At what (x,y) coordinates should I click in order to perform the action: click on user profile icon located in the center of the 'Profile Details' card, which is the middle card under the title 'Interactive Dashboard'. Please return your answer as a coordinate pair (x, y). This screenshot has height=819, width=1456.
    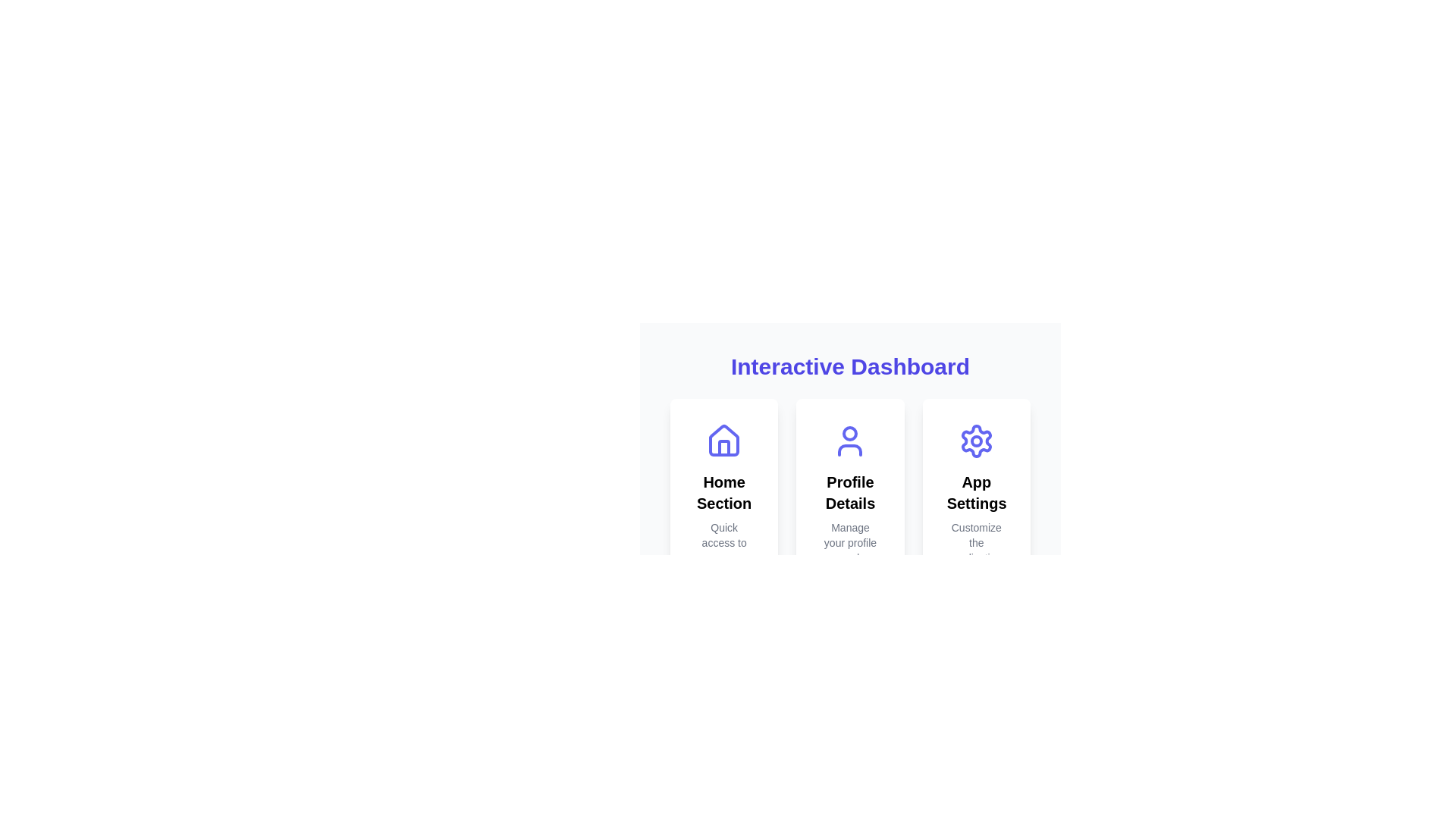
    Looking at the image, I should click on (850, 441).